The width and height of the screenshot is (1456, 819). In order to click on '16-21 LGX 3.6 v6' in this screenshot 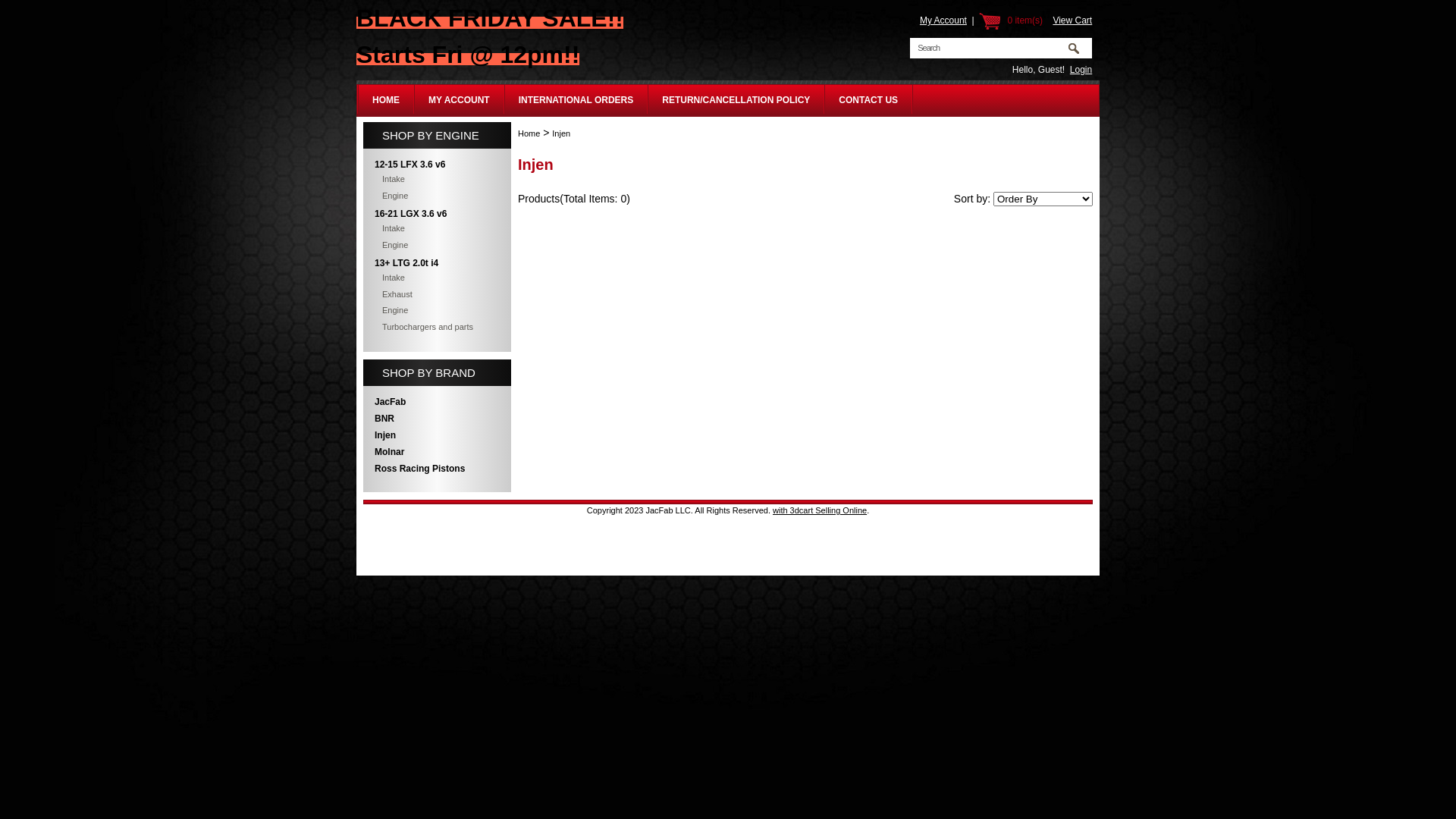, I will do `click(436, 213)`.